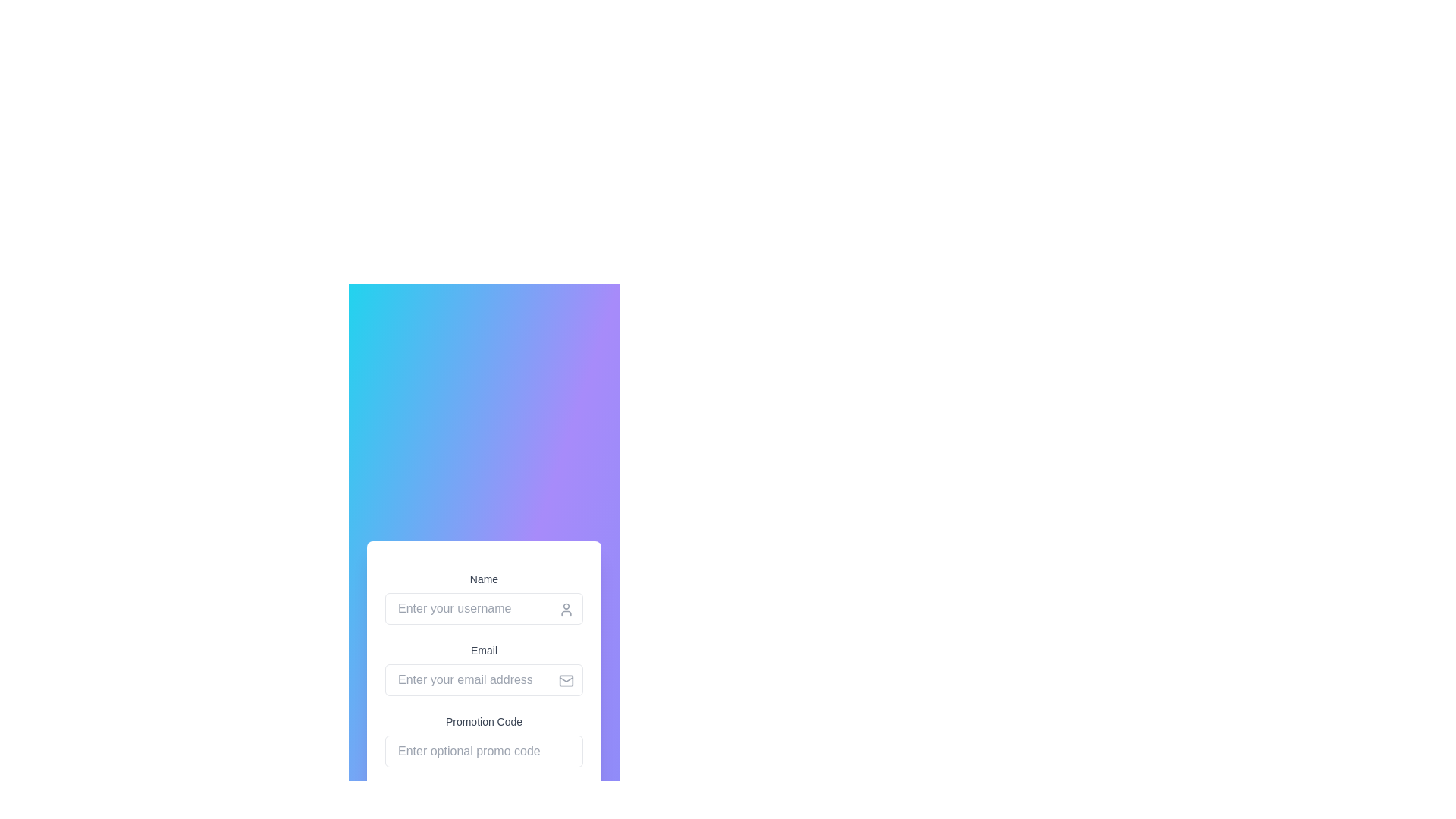  I want to click on the user profile icon, which is a gray circular icon with a smaller circle above it, located on the top-right section of the username input field, so click(566, 608).